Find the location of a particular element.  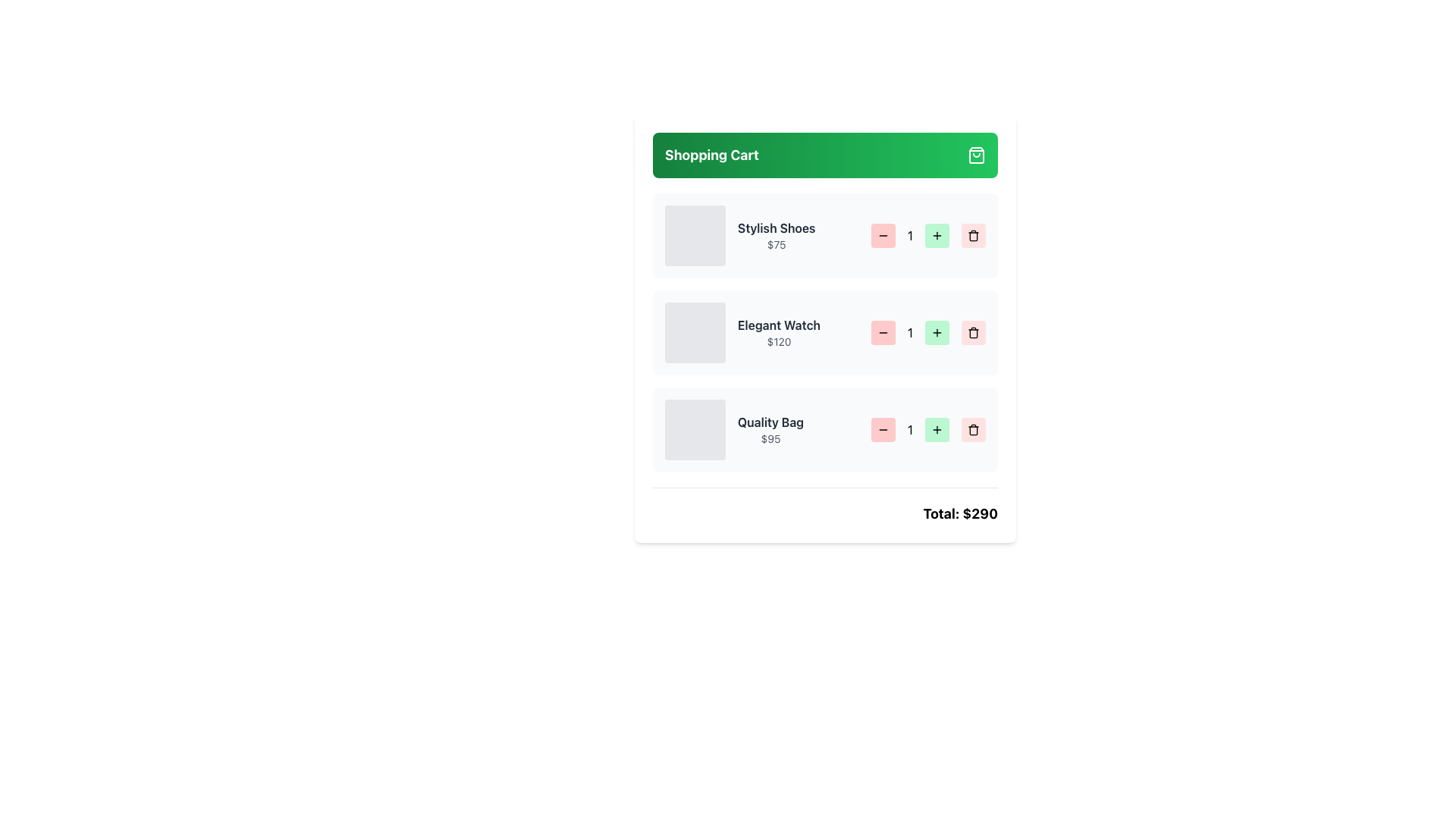

the product entry UI element displaying the product name and price, located in the topmost row of the shopping cart list is located at coordinates (740, 236).